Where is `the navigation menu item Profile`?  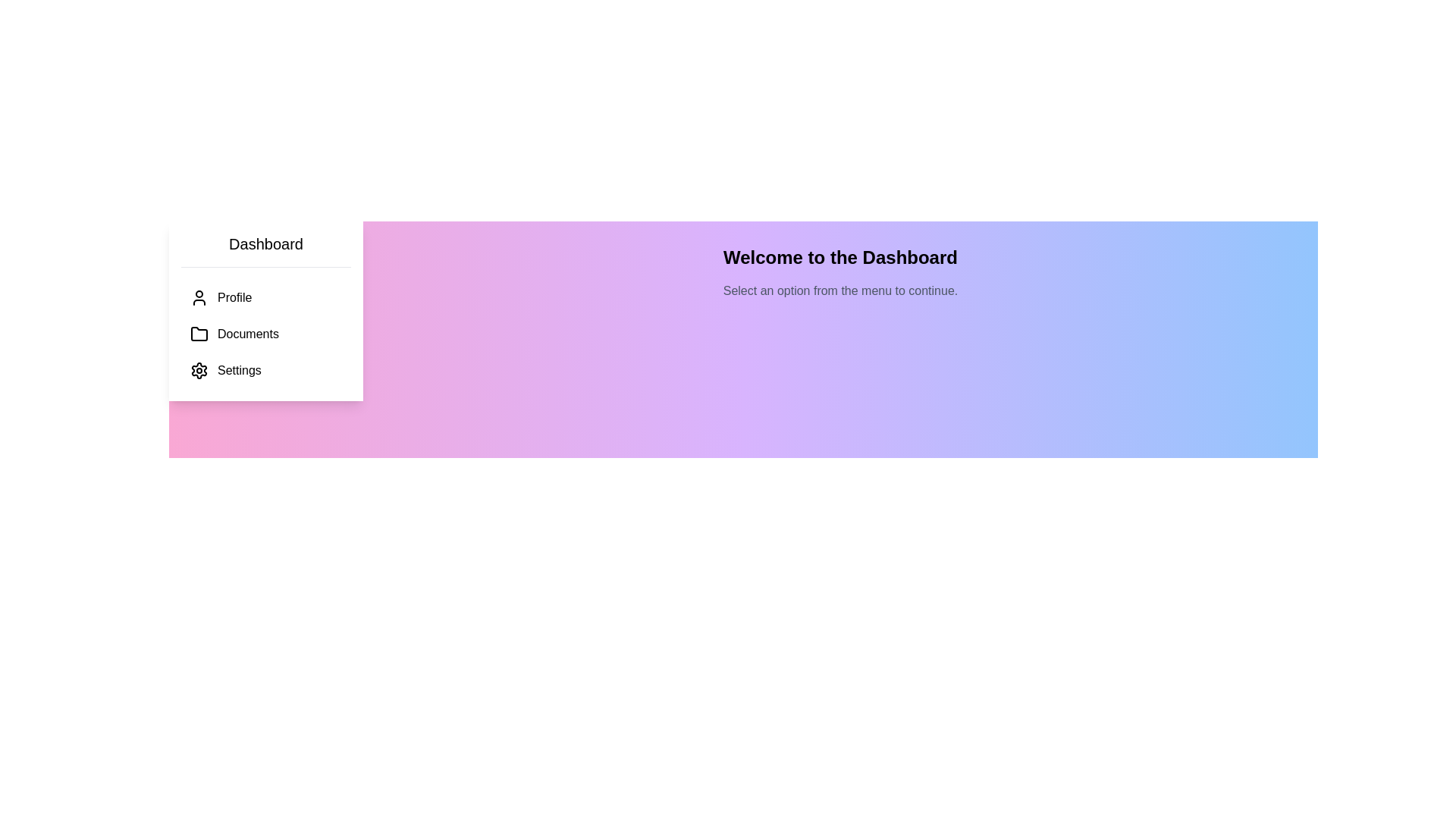
the navigation menu item Profile is located at coordinates (265, 298).